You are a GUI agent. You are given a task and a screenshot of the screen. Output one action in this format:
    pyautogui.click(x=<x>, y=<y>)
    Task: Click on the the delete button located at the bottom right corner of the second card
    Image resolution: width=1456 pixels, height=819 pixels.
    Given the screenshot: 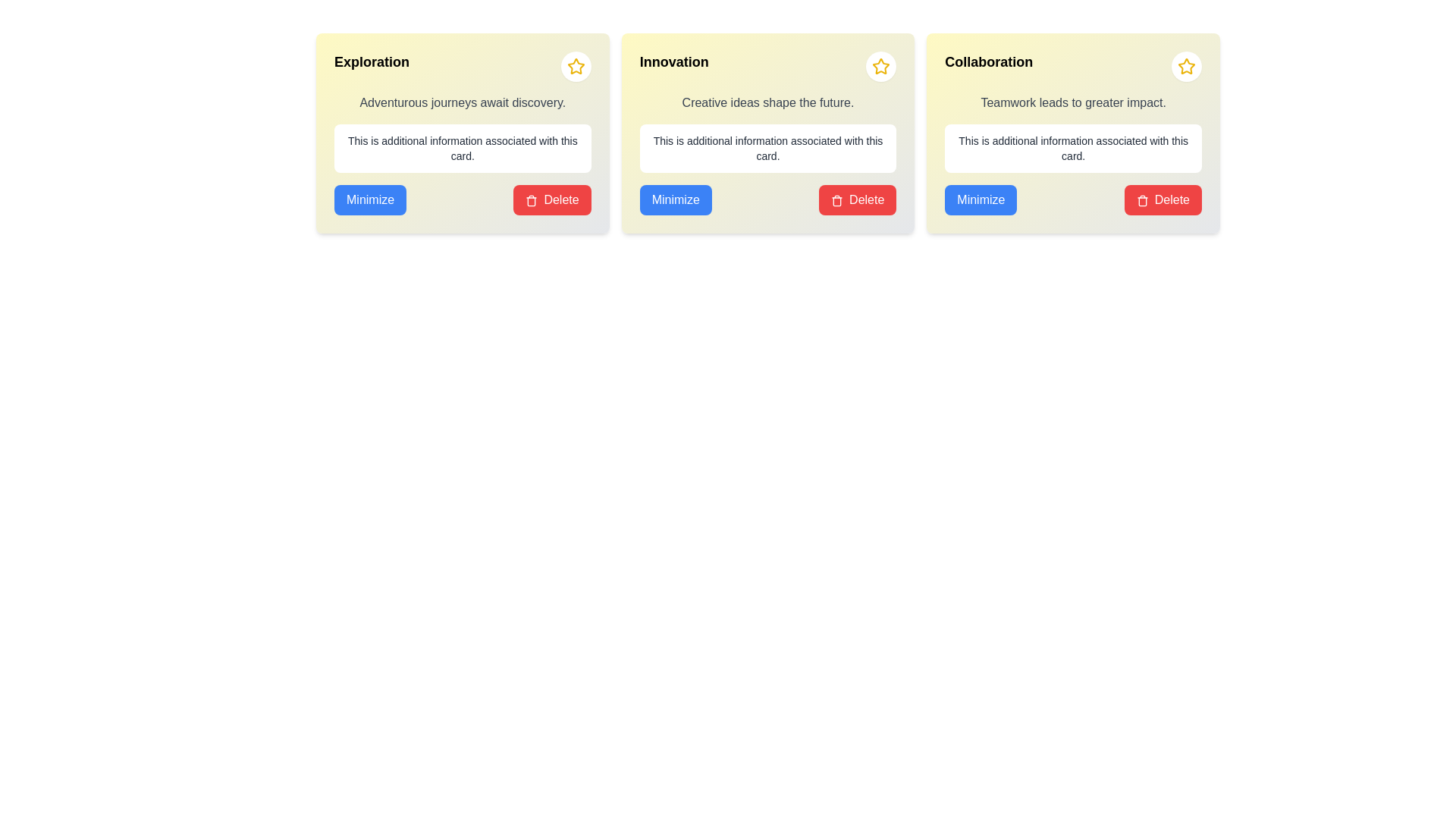 What is the action you would take?
    pyautogui.click(x=858, y=199)
    